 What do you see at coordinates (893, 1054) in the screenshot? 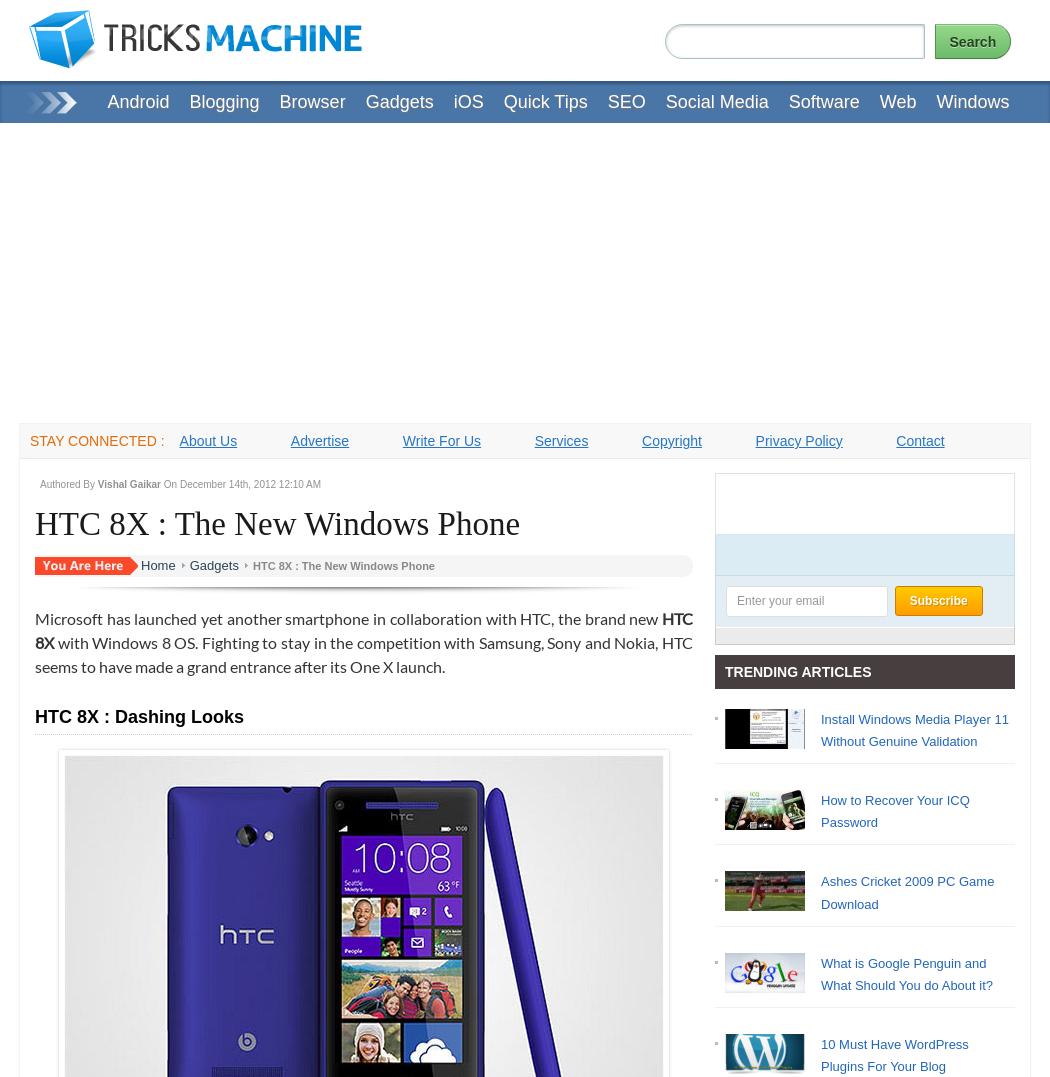
I see `'10 Must Have WordPress Plugins For Your Blog'` at bounding box center [893, 1054].